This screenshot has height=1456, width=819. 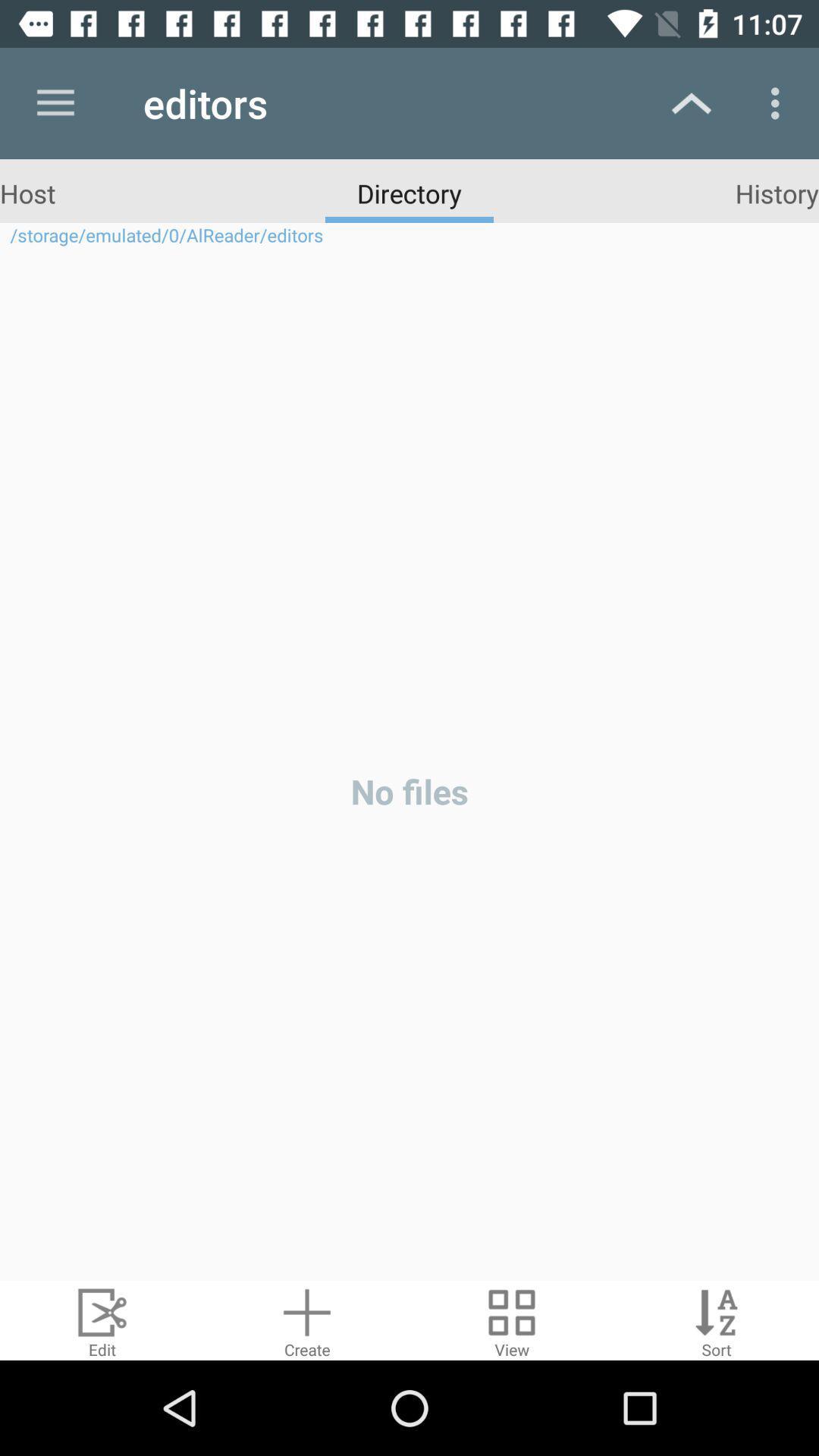 What do you see at coordinates (777, 192) in the screenshot?
I see `the item next to the directory app` at bounding box center [777, 192].